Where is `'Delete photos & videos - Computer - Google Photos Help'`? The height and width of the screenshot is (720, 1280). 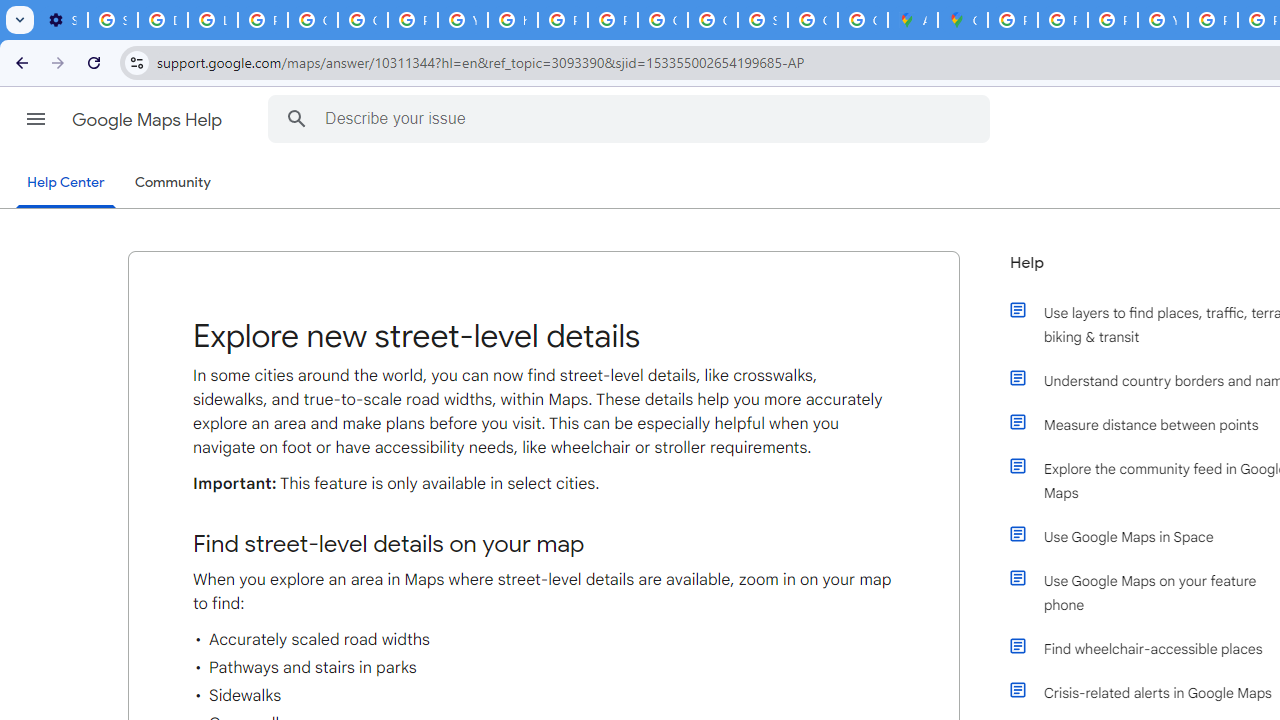 'Delete photos & videos - Computer - Google Photos Help' is located at coordinates (163, 20).